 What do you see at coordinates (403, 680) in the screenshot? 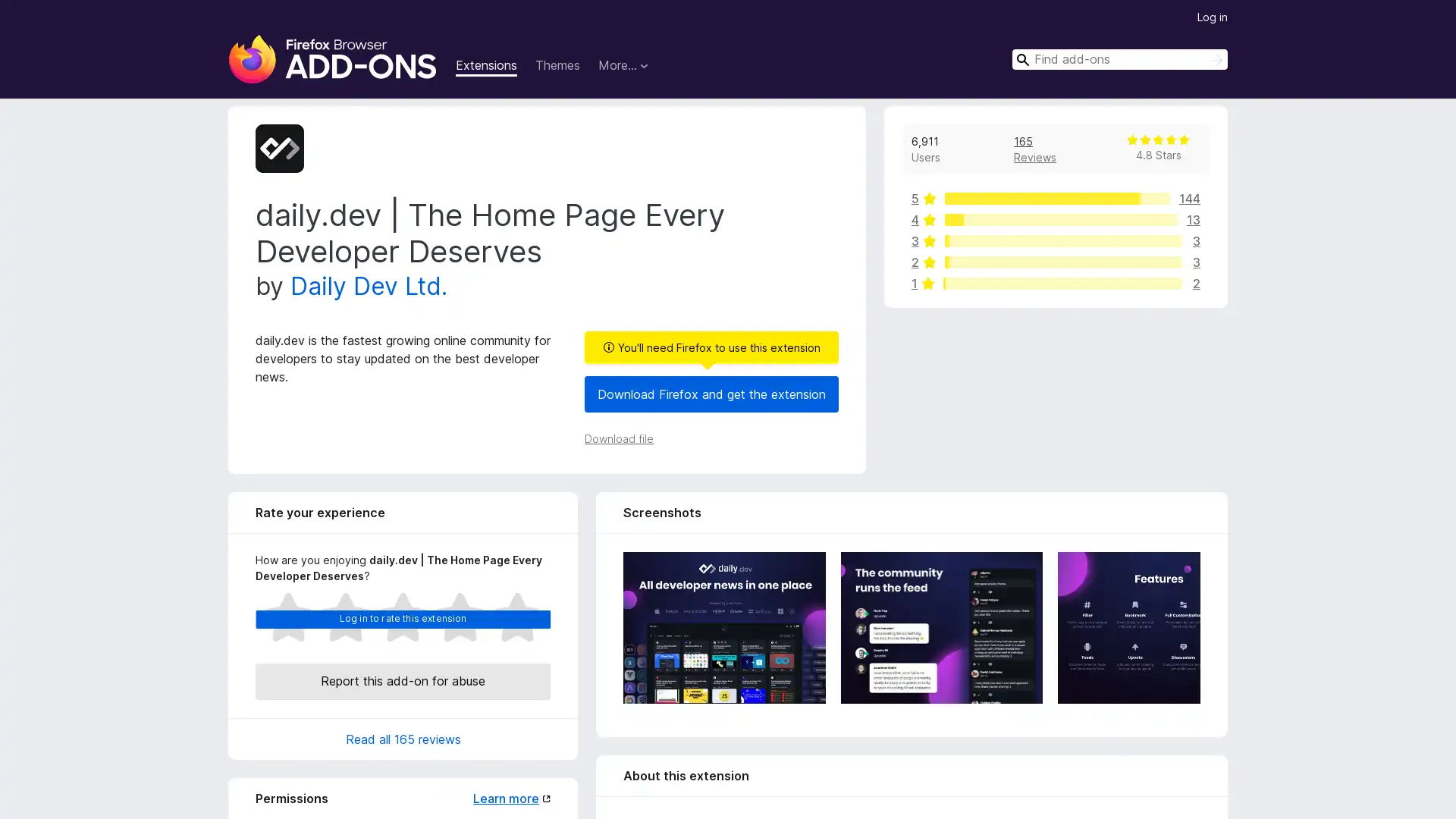
I see `Report this add-on for abuse` at bounding box center [403, 680].